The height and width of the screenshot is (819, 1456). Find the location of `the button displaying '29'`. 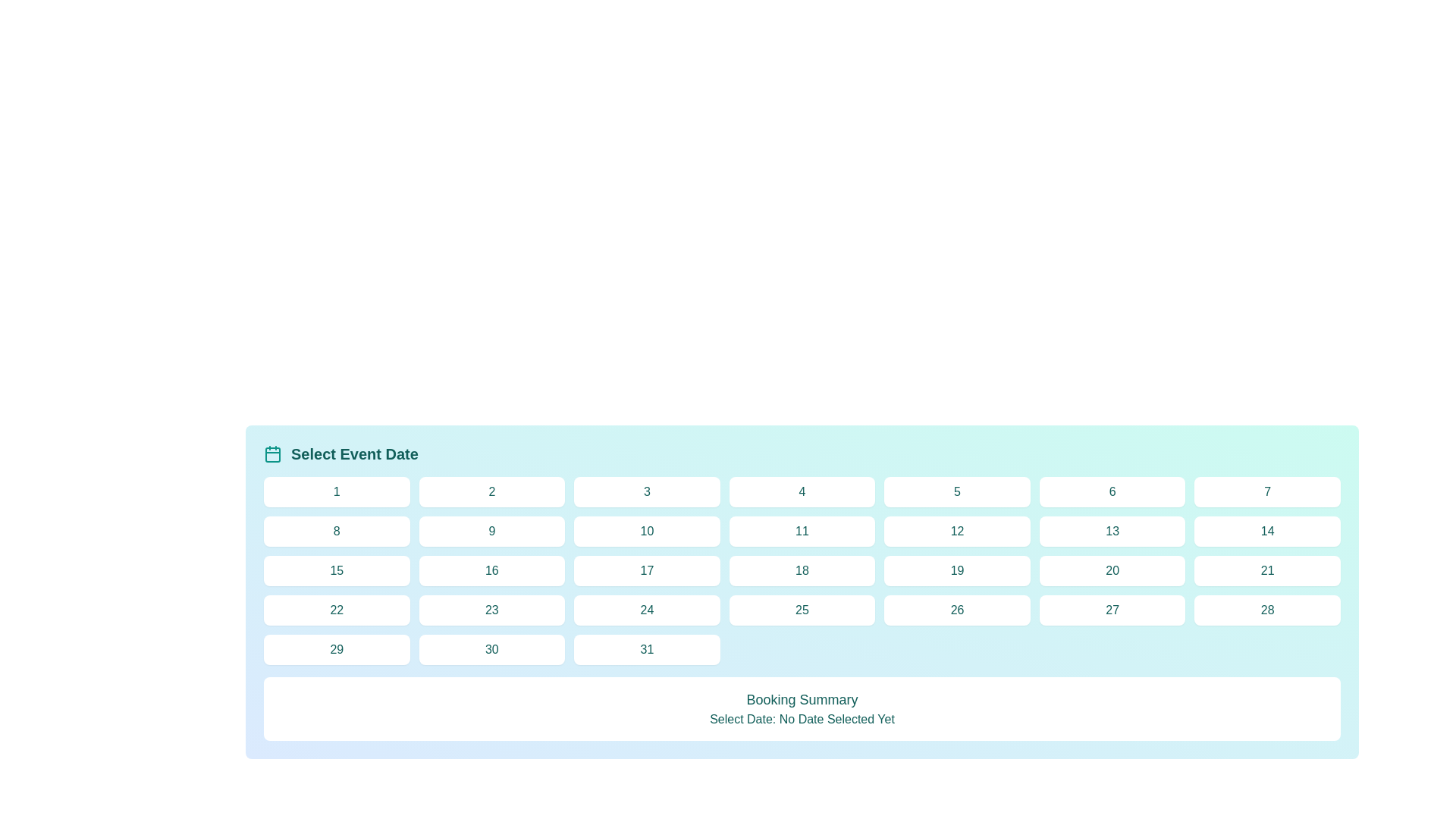

the button displaying '29' is located at coordinates (336, 648).